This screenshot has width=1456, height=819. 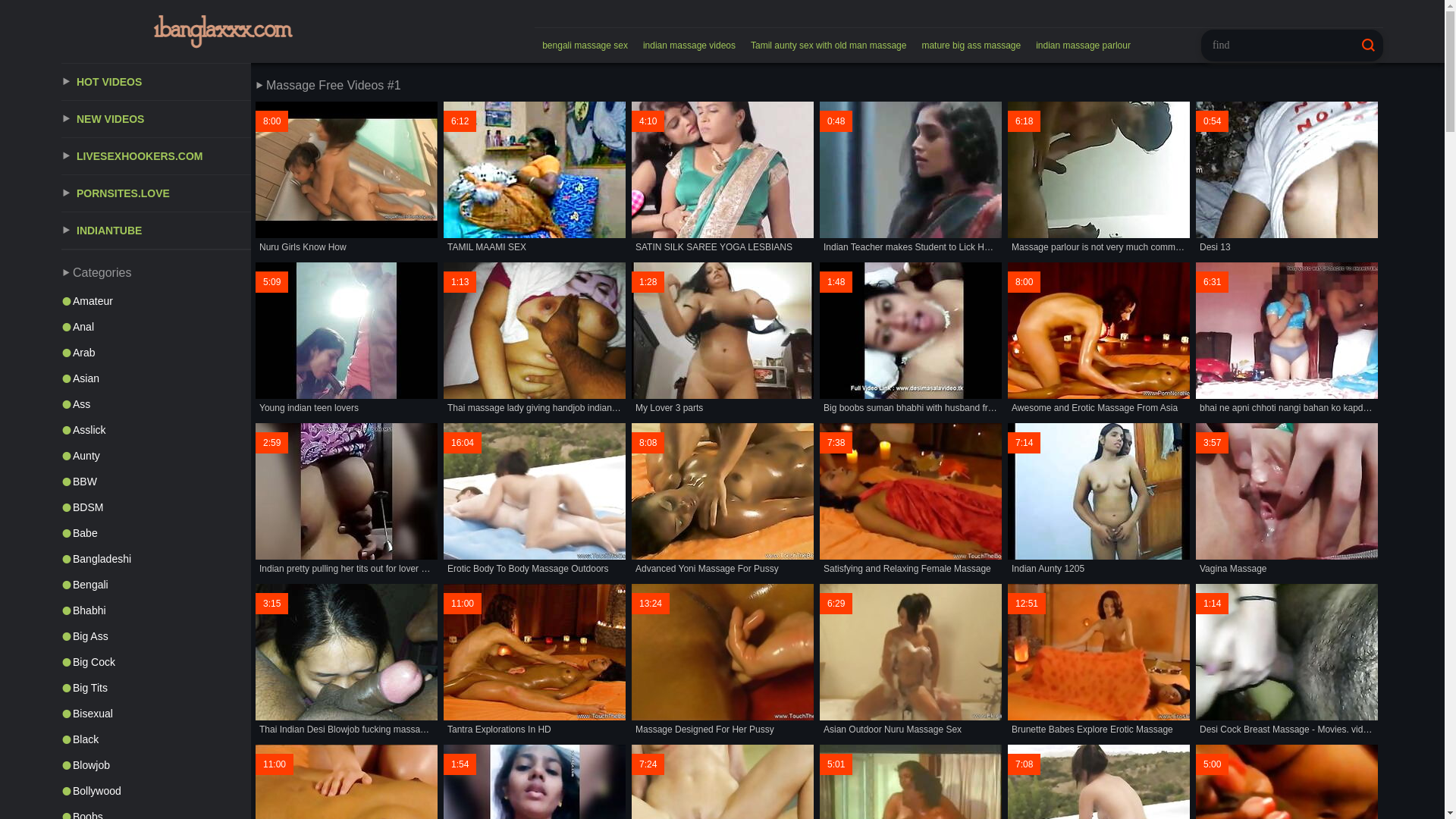 What do you see at coordinates (1082, 45) in the screenshot?
I see `'indian massage parlour'` at bounding box center [1082, 45].